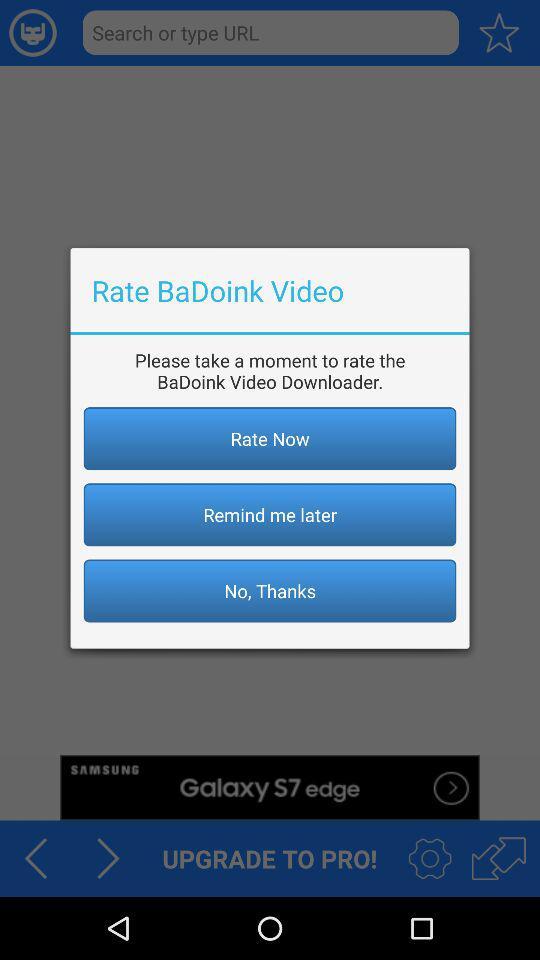 Image resolution: width=540 pixels, height=960 pixels. I want to click on button below rate now icon, so click(270, 513).